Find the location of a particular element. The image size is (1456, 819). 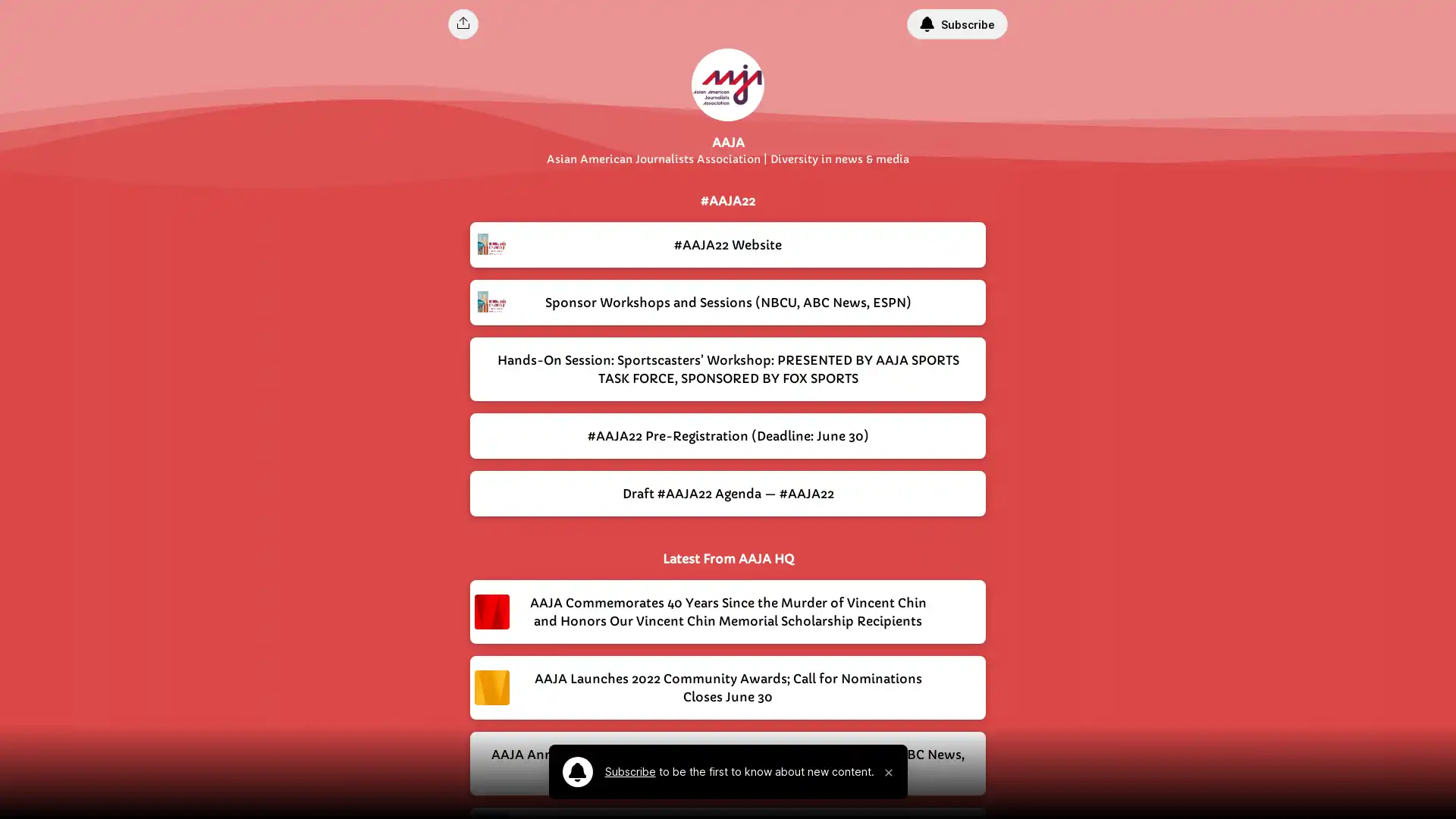

Subscribe to be the first to know about new content. is located at coordinates (717, 772).